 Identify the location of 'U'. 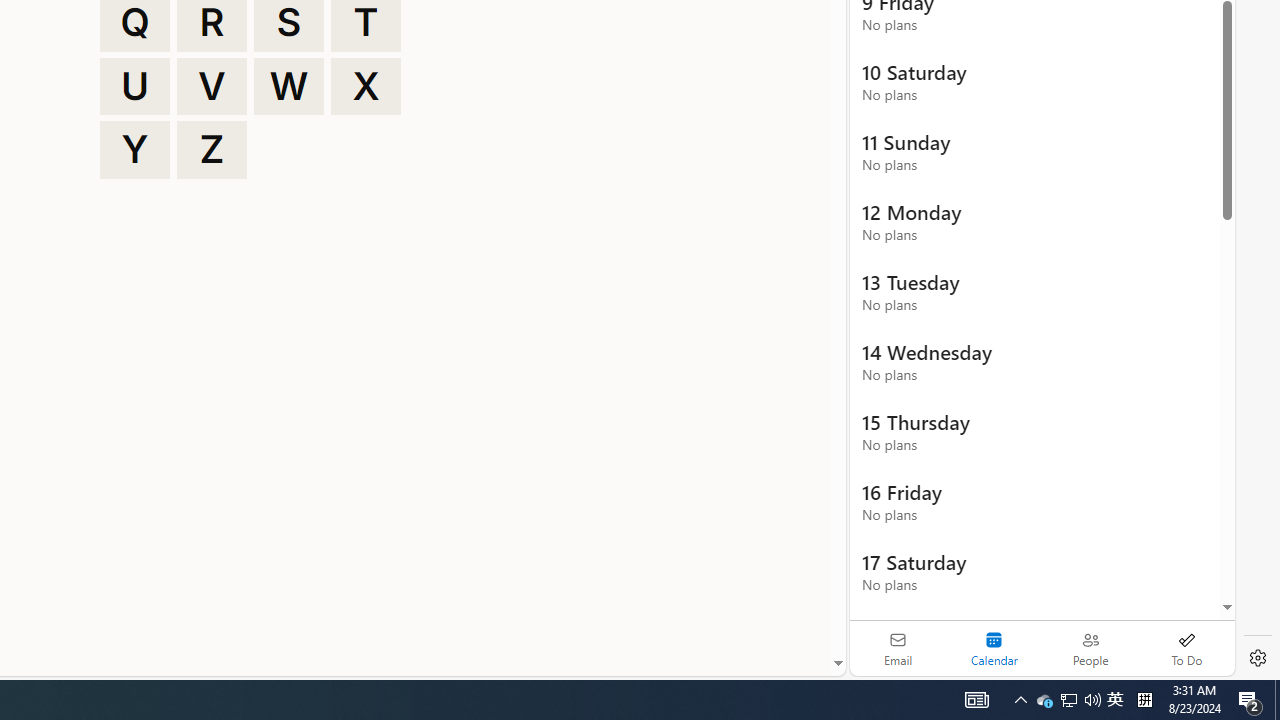
(134, 85).